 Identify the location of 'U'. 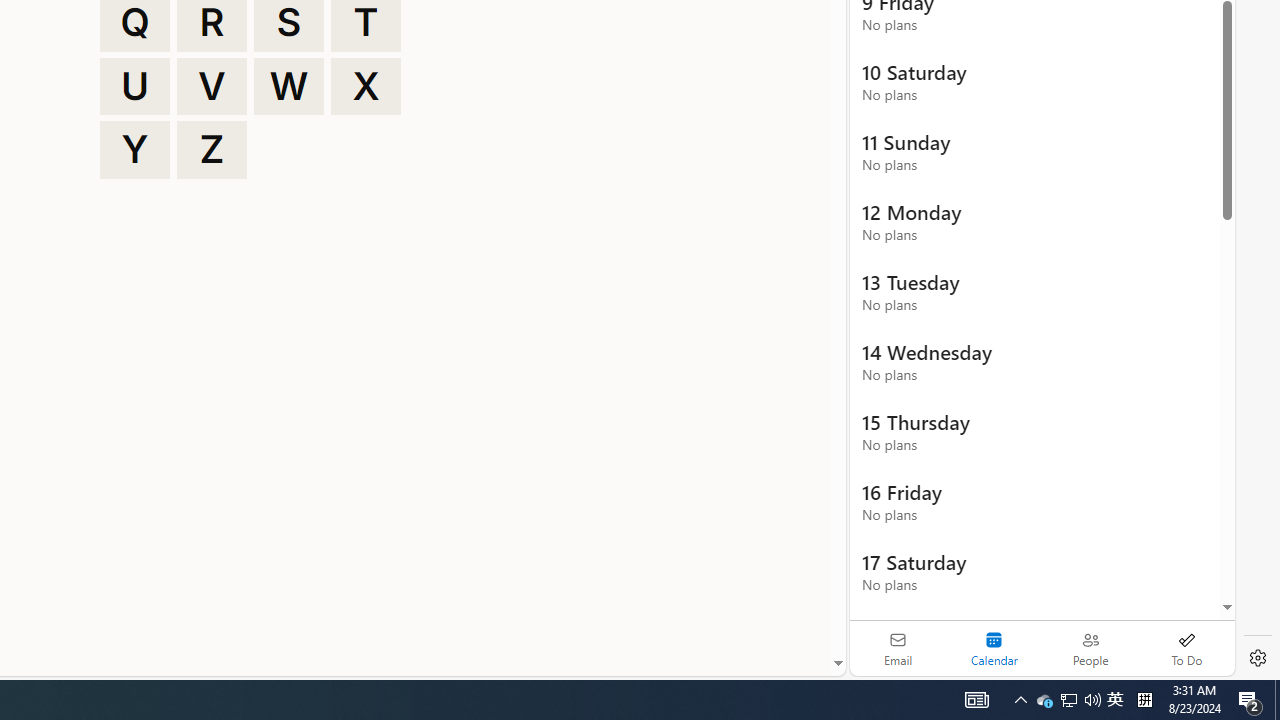
(134, 85).